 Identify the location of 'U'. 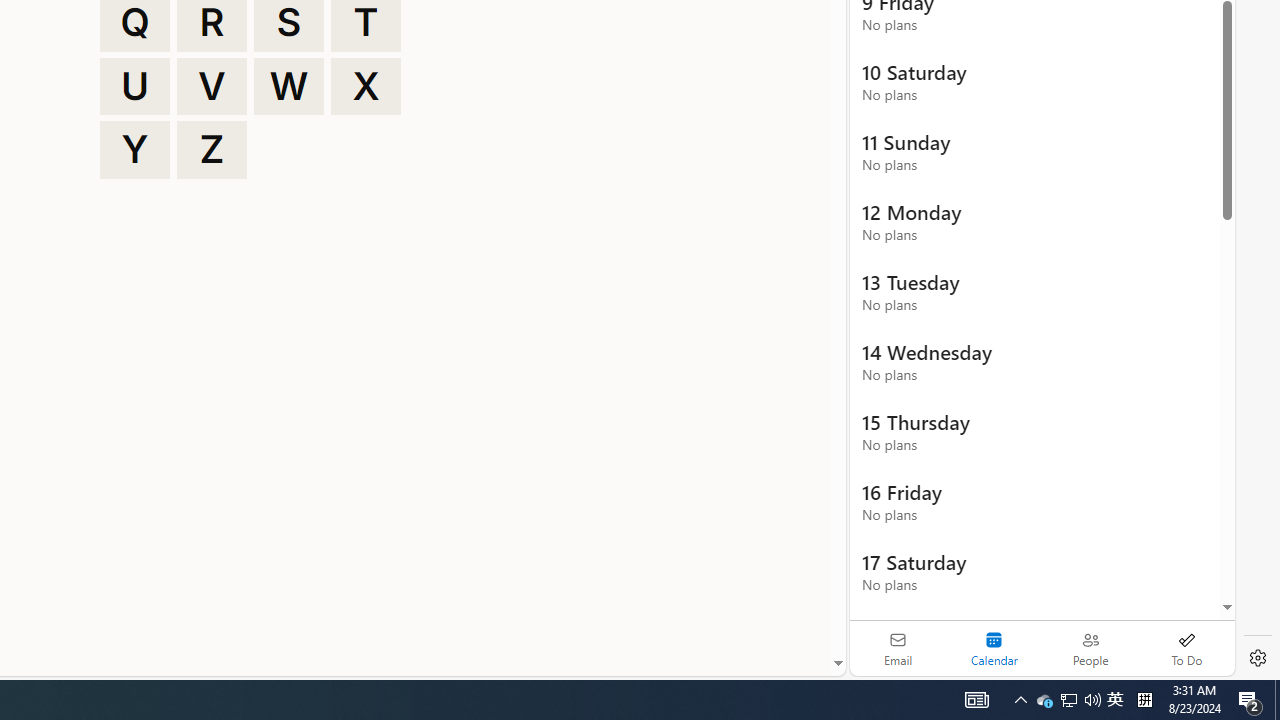
(134, 85).